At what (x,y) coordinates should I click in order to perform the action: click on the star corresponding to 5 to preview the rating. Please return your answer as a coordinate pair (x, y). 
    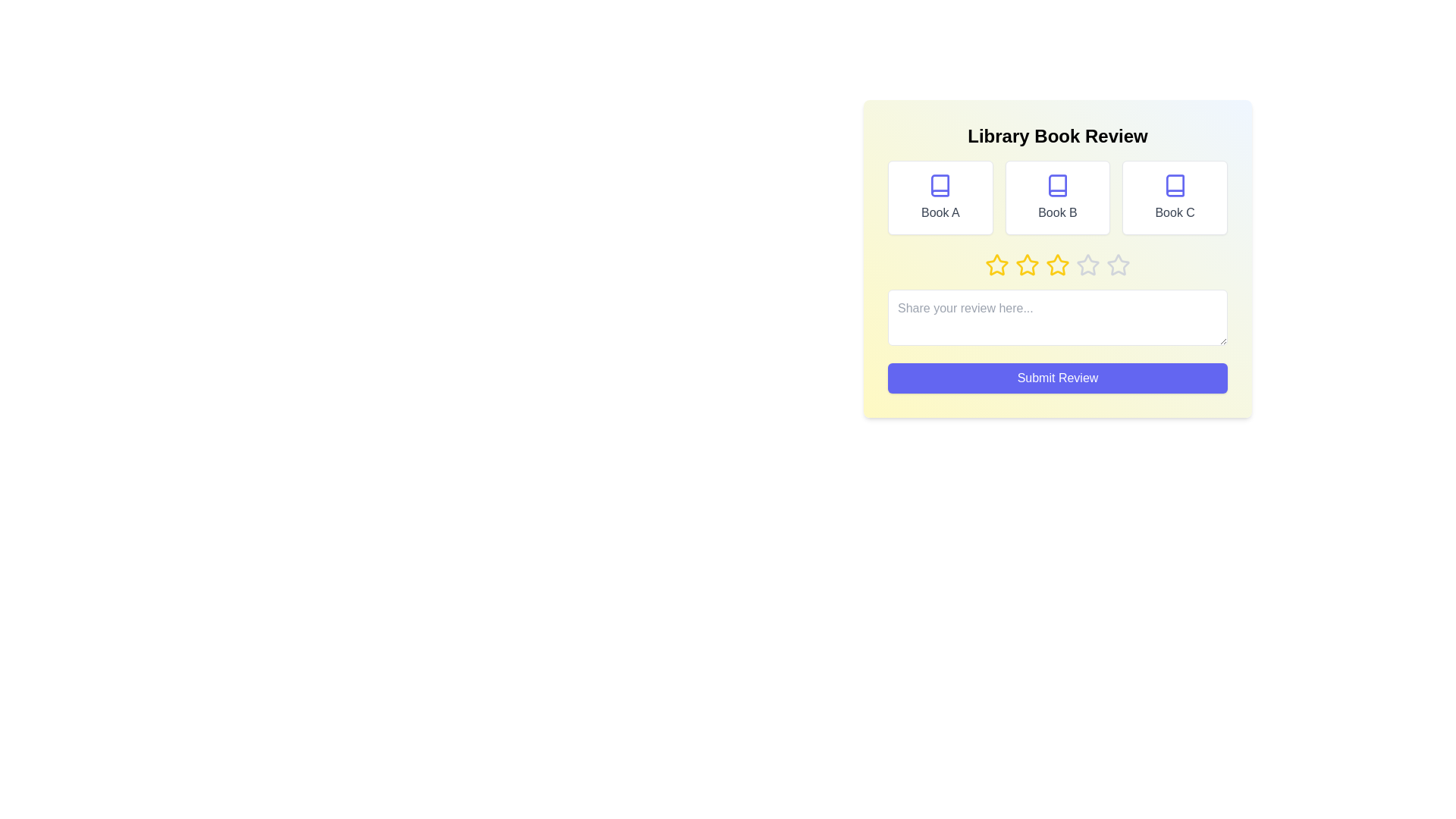
    Looking at the image, I should click on (1118, 265).